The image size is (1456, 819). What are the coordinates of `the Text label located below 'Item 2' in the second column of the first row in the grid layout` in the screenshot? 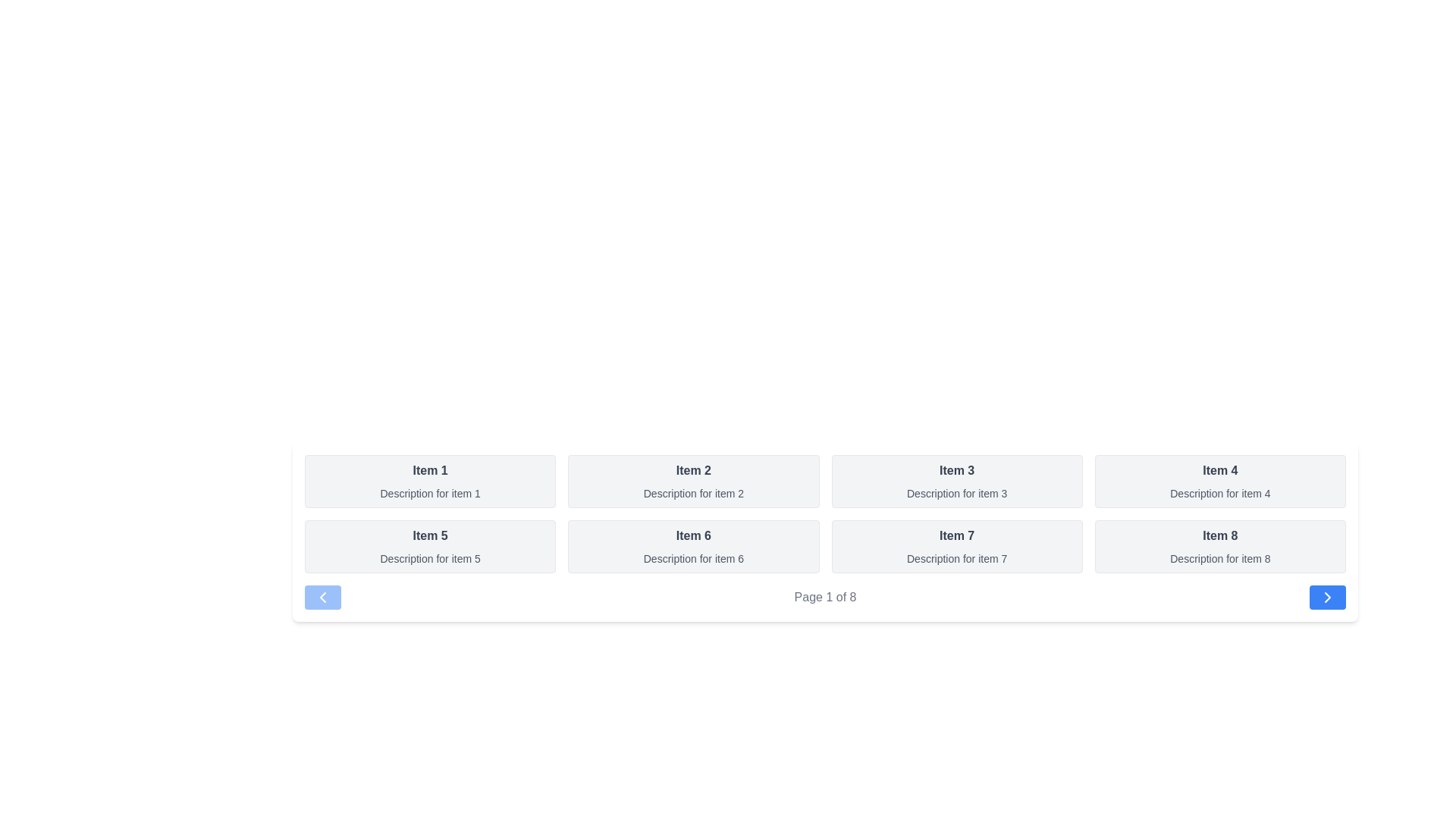 It's located at (692, 494).